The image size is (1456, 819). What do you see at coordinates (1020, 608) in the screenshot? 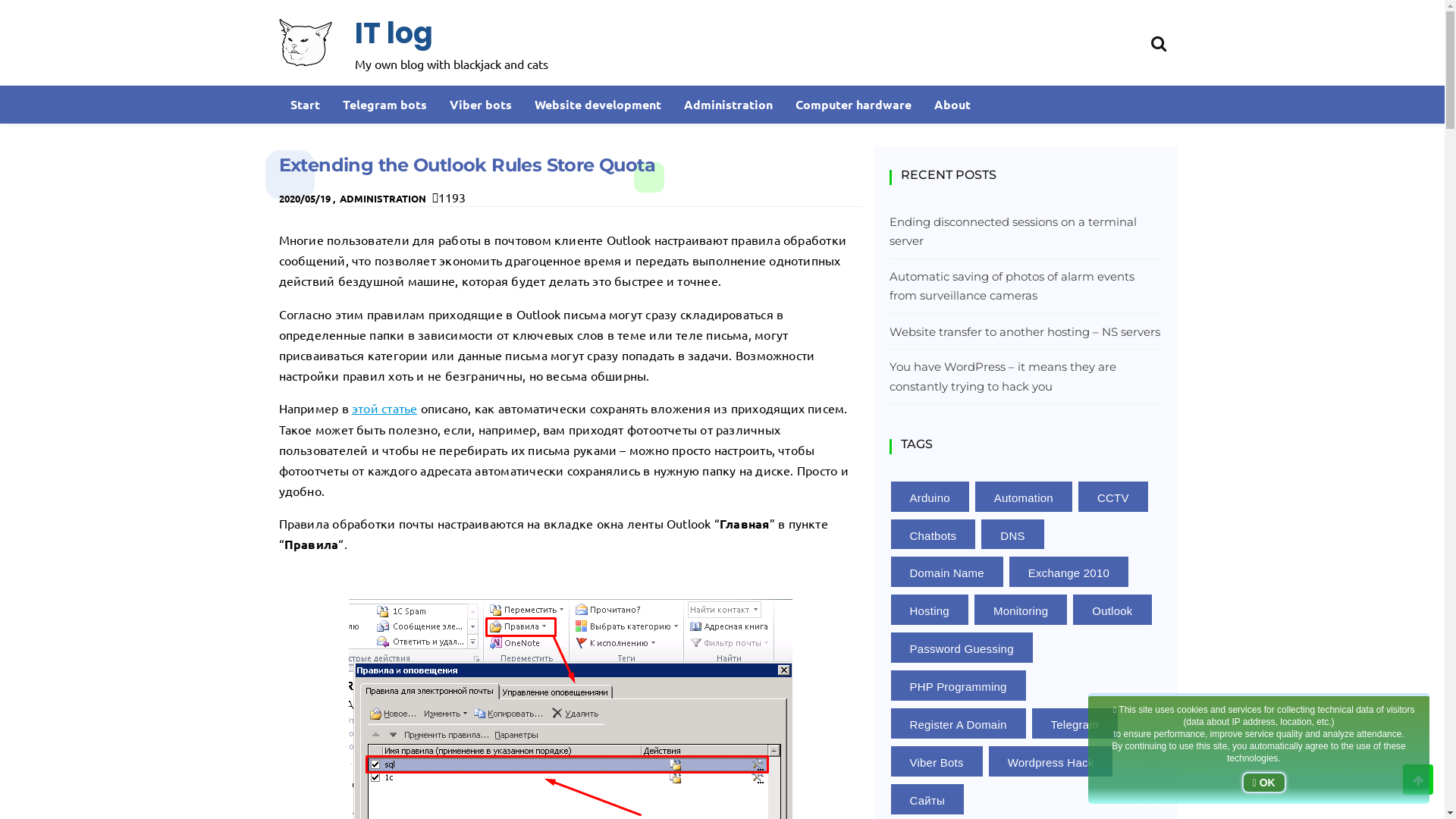
I see `'Monitoring'` at bounding box center [1020, 608].